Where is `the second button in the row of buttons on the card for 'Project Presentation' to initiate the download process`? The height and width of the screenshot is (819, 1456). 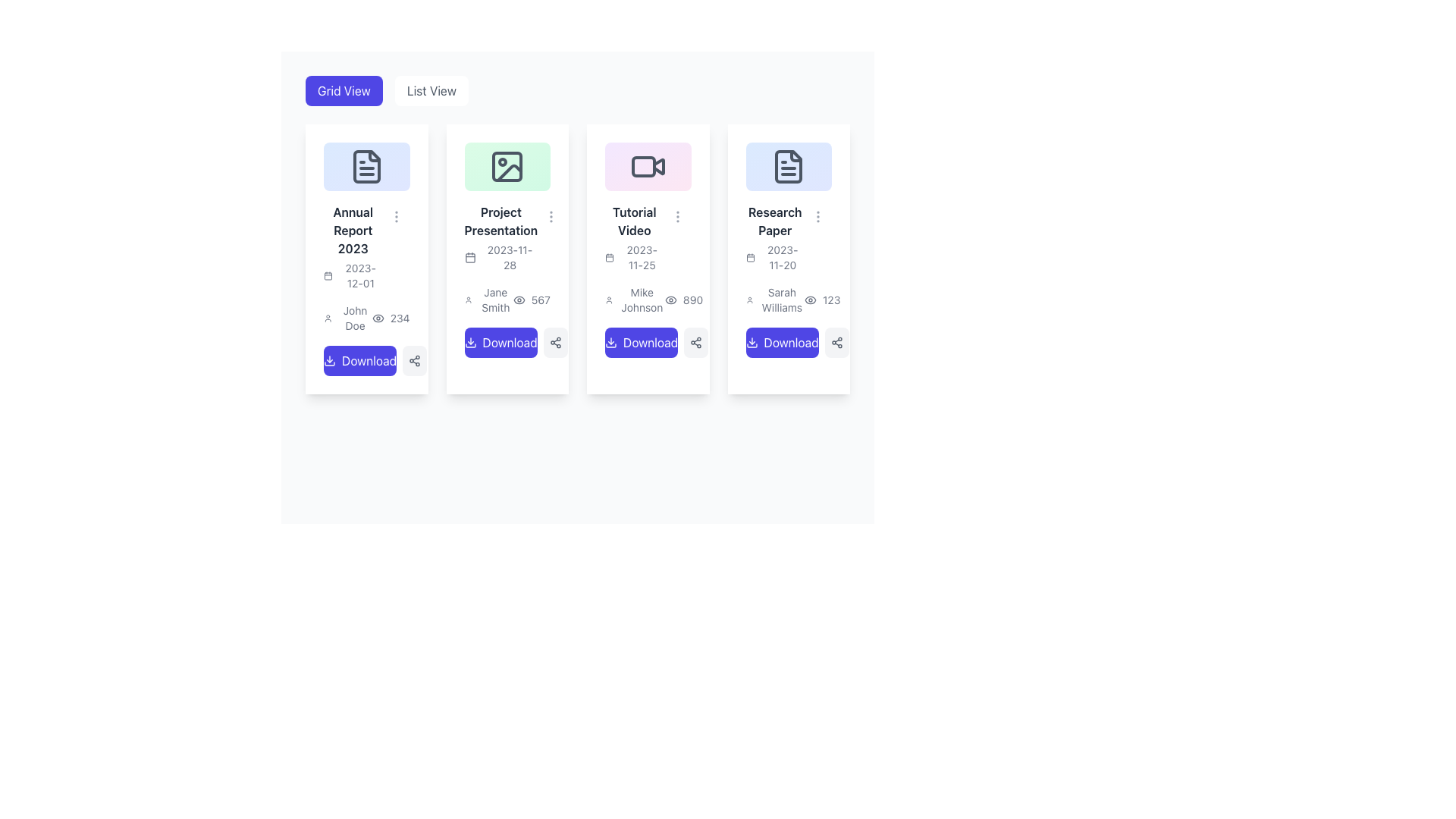
the second button in the row of buttons on the card for 'Project Presentation' to initiate the download process is located at coordinates (500, 342).